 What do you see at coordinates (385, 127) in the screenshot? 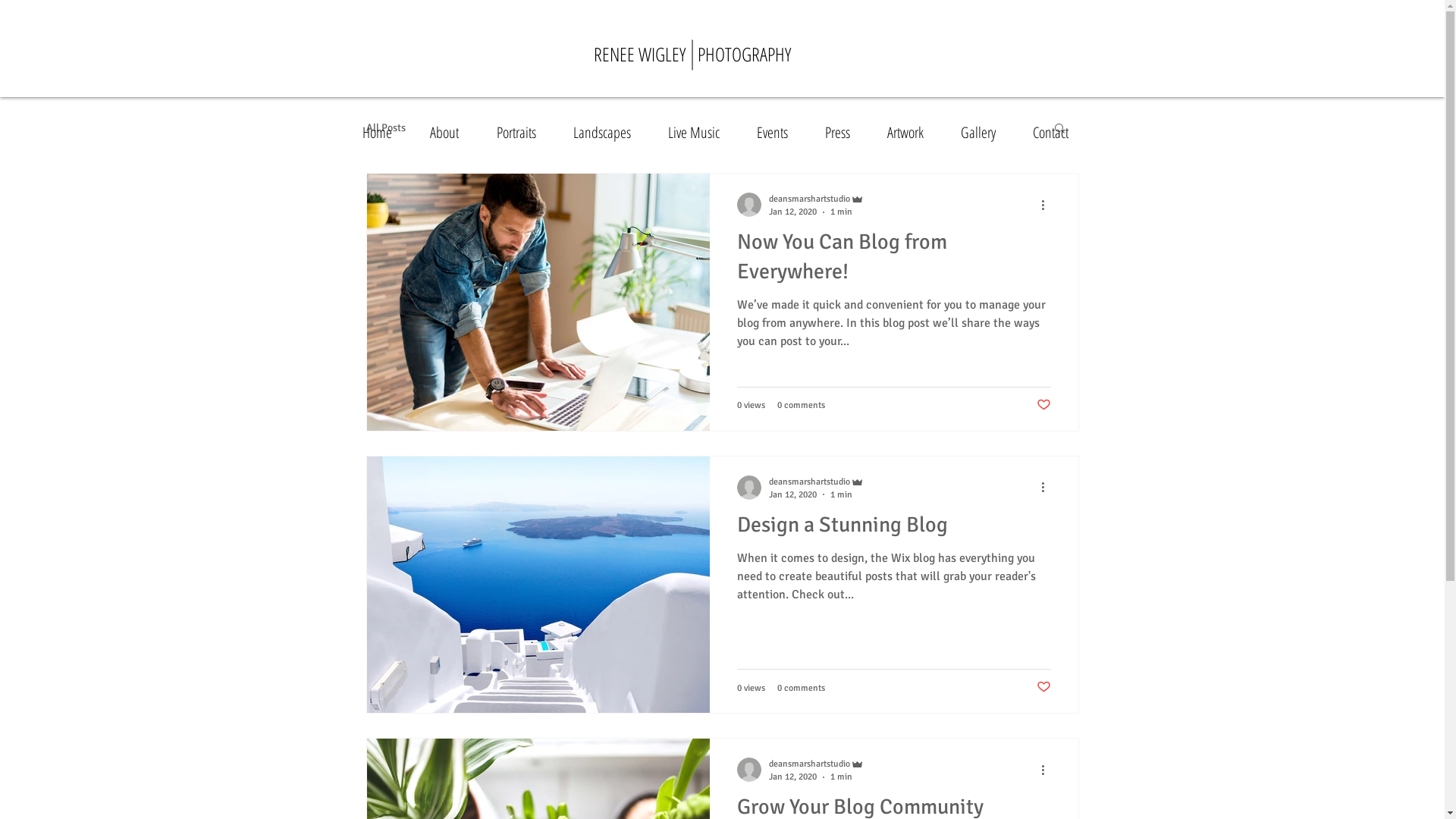
I see `'All Posts'` at bounding box center [385, 127].